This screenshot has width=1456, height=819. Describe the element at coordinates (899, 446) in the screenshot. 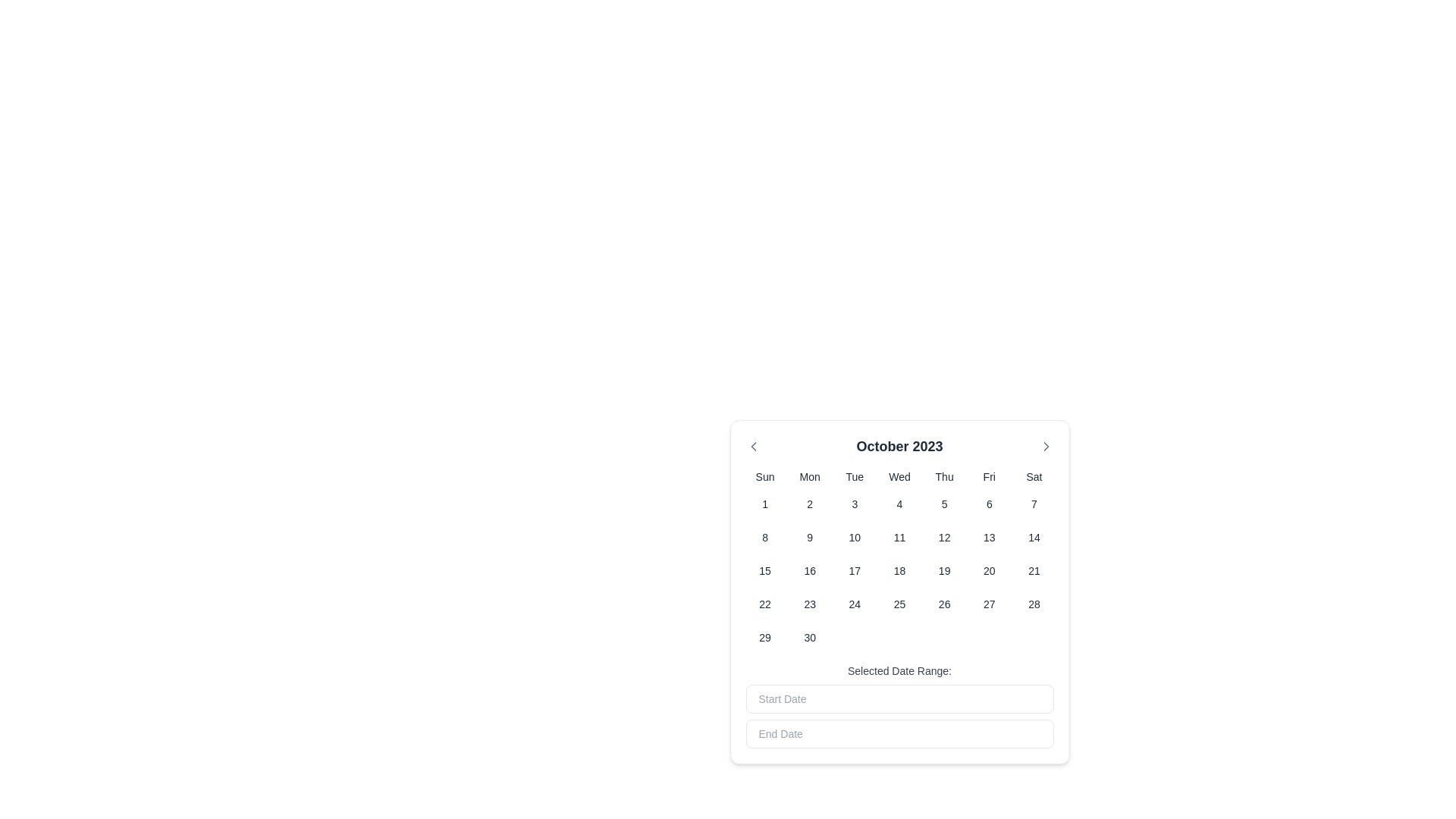

I see `the header text displaying the current month and year in the calendar interface` at that location.